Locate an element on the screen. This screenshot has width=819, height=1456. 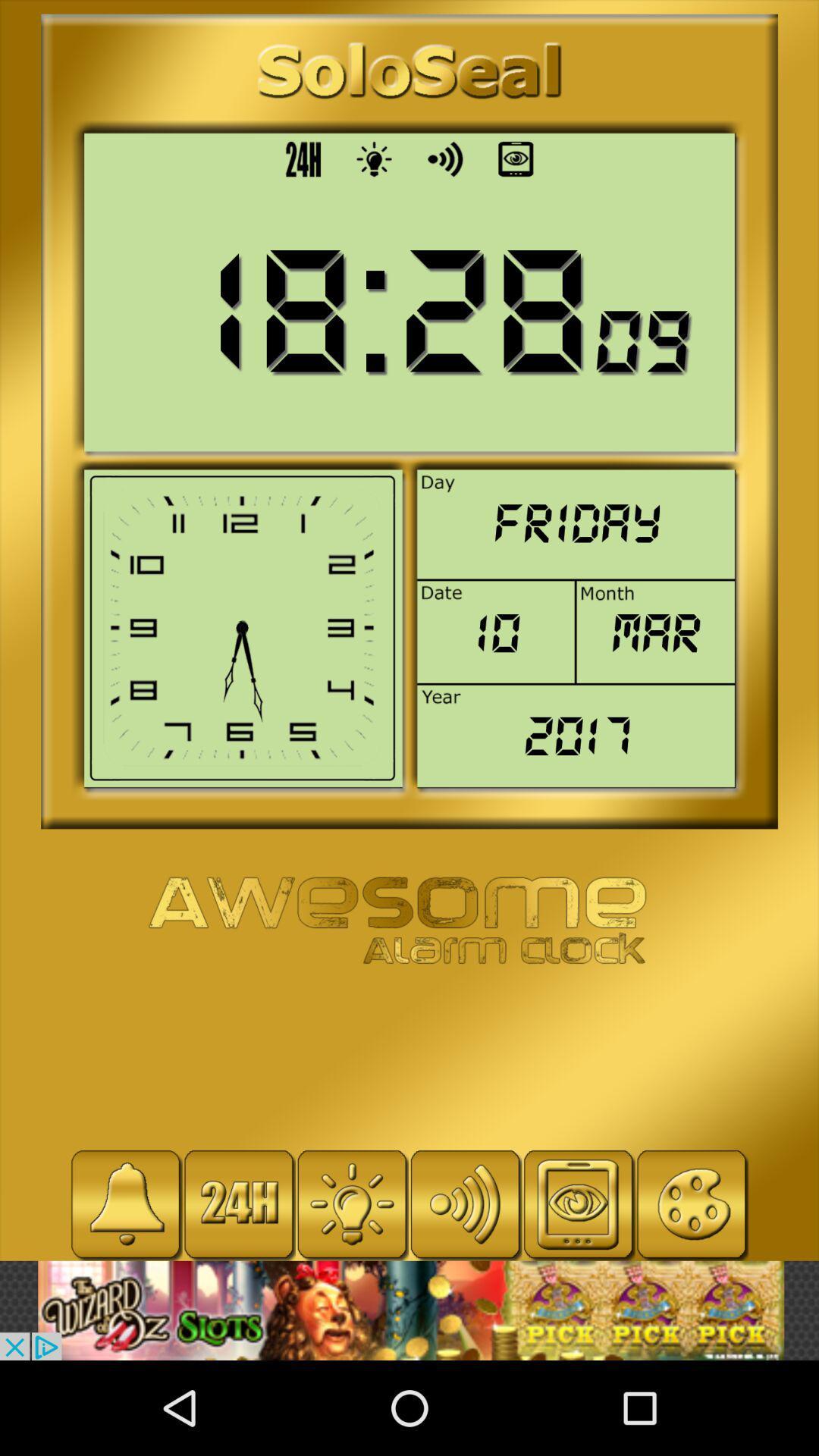
keep screen awake is located at coordinates (579, 1203).